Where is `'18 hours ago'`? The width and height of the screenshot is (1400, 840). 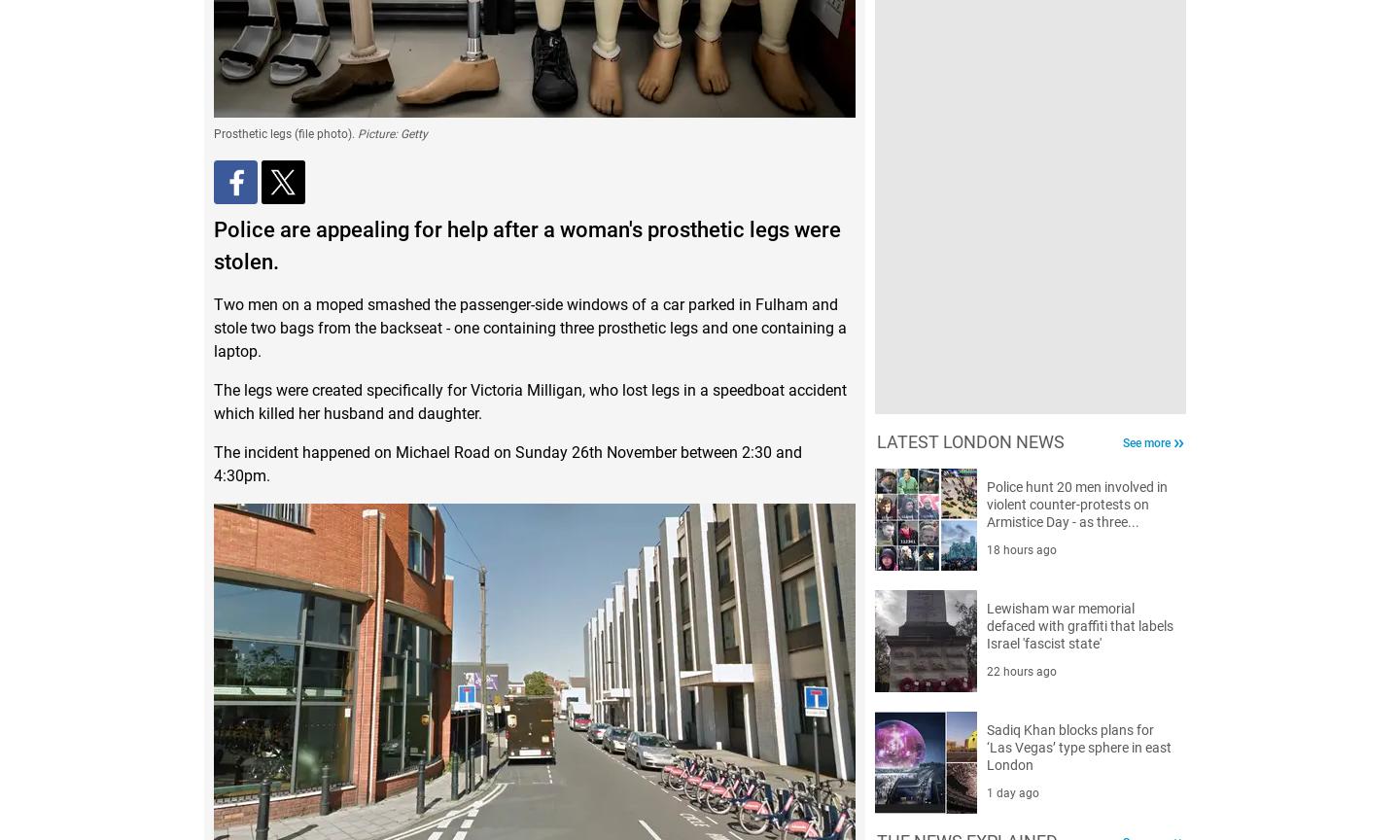 '18 hours ago' is located at coordinates (1022, 549).